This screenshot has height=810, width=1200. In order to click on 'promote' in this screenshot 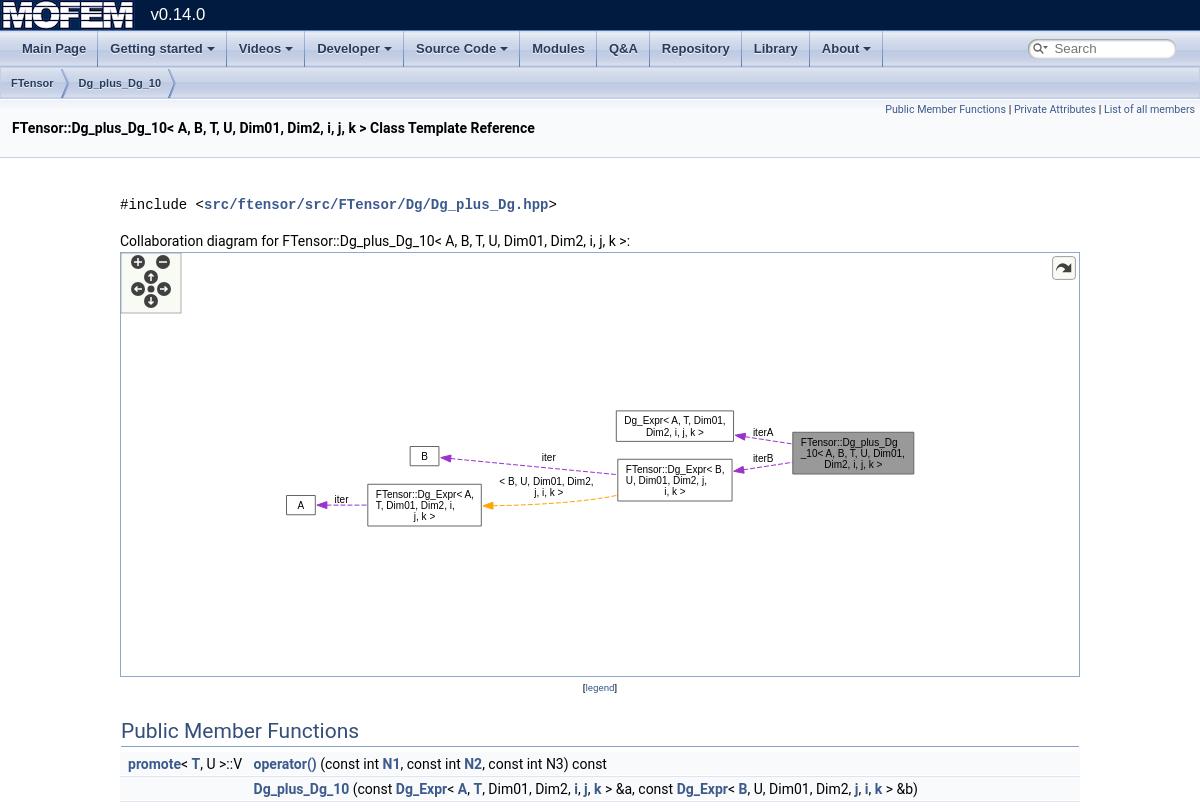, I will do `click(153, 762)`.